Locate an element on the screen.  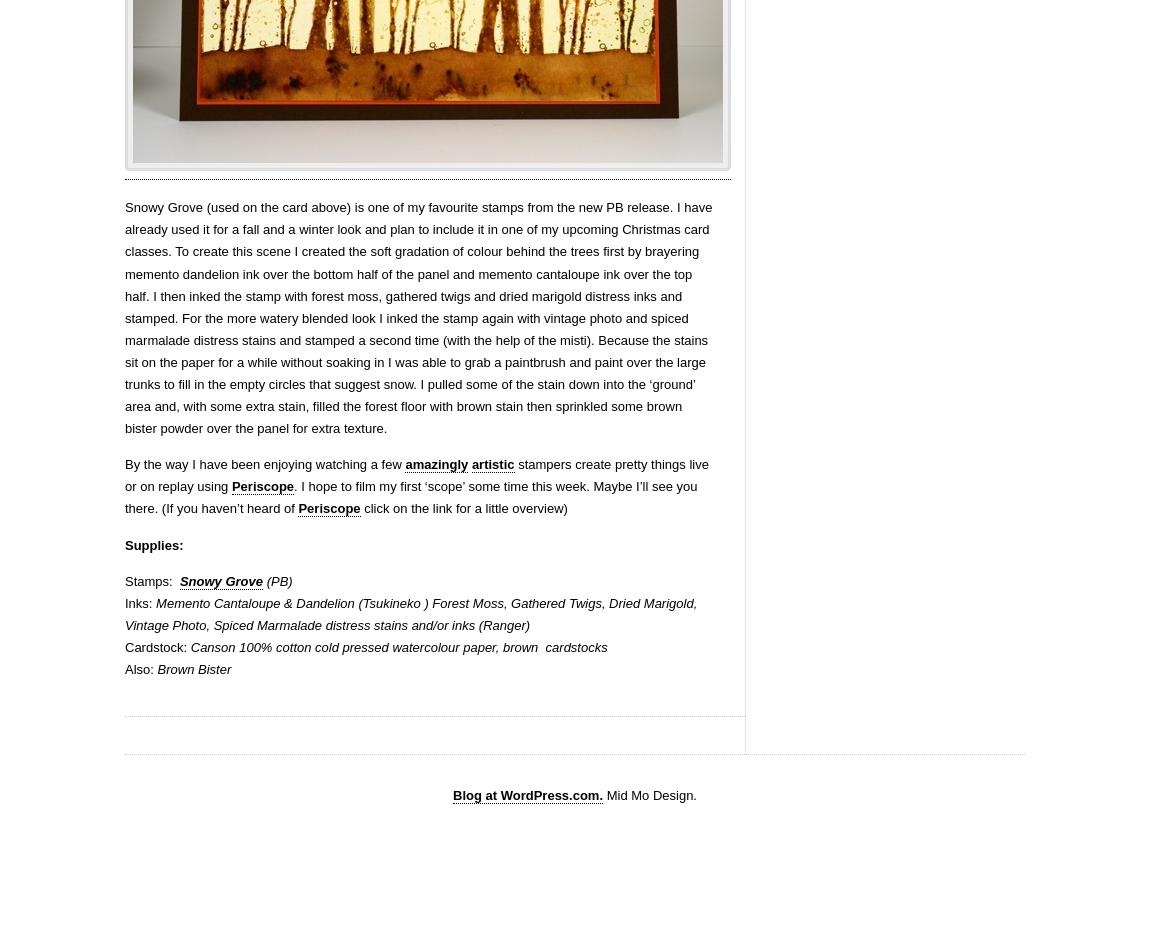
'Stamps:' is located at coordinates (124, 580).